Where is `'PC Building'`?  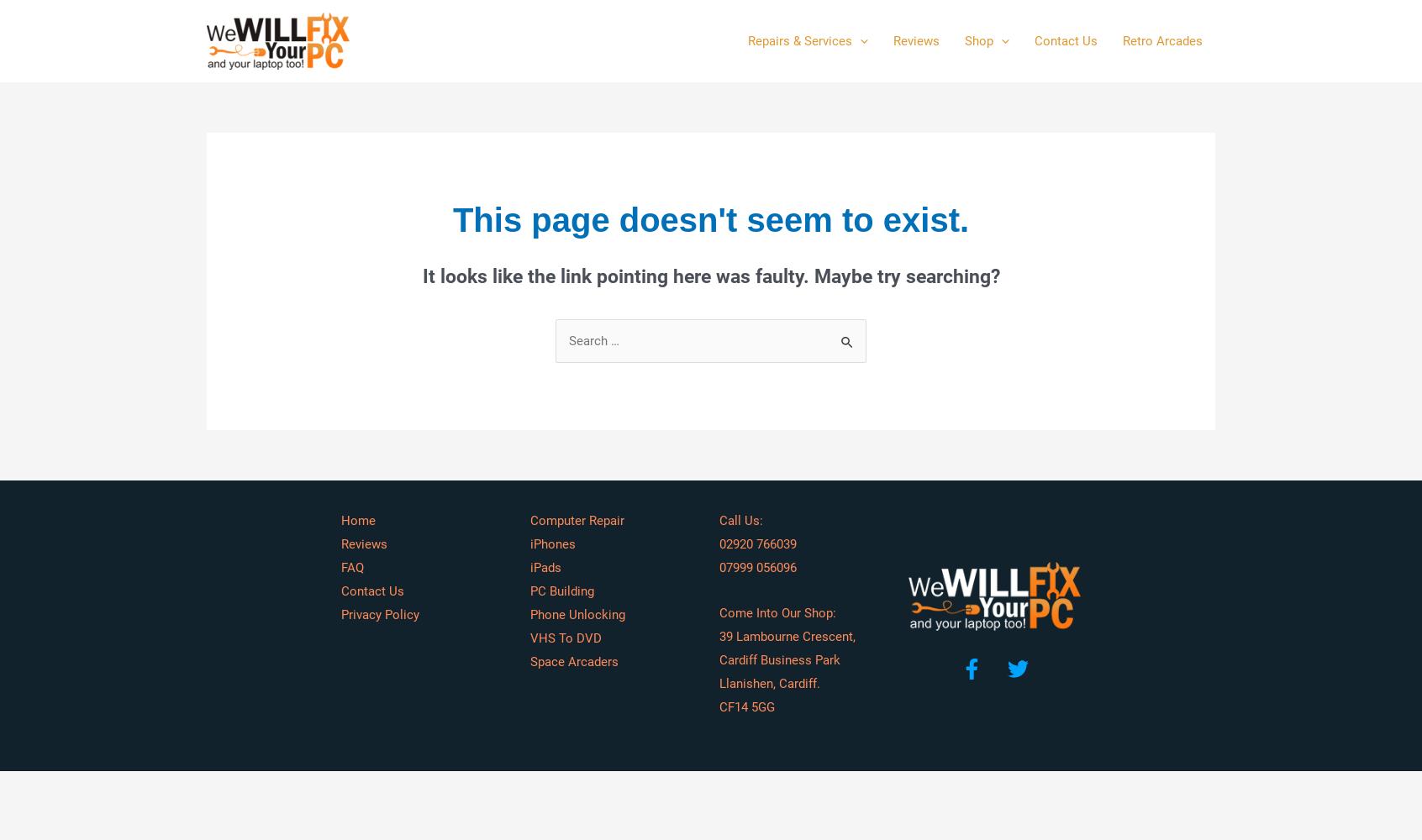
'PC Building' is located at coordinates (562, 591).